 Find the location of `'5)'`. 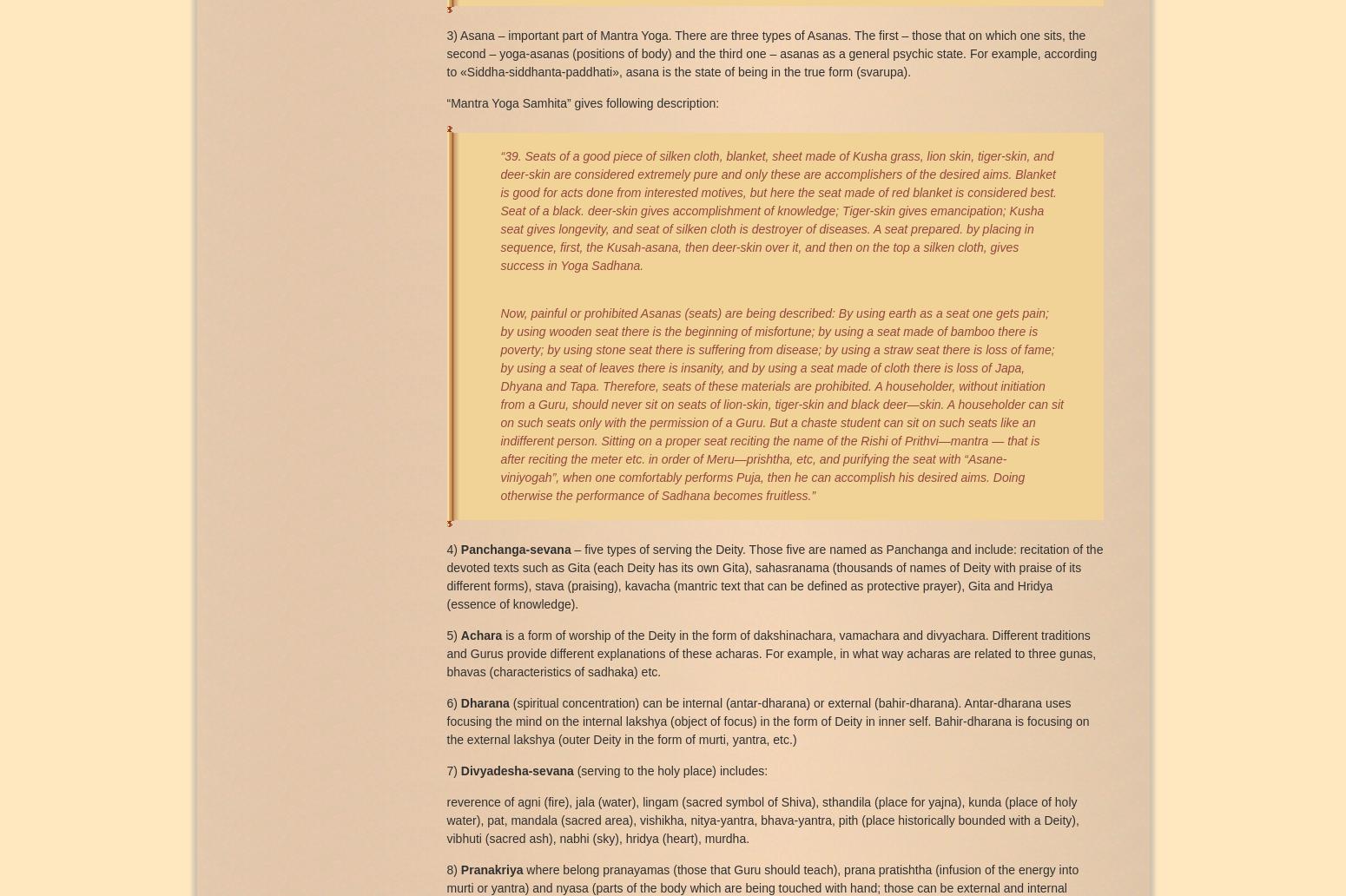

'5)' is located at coordinates (452, 633).